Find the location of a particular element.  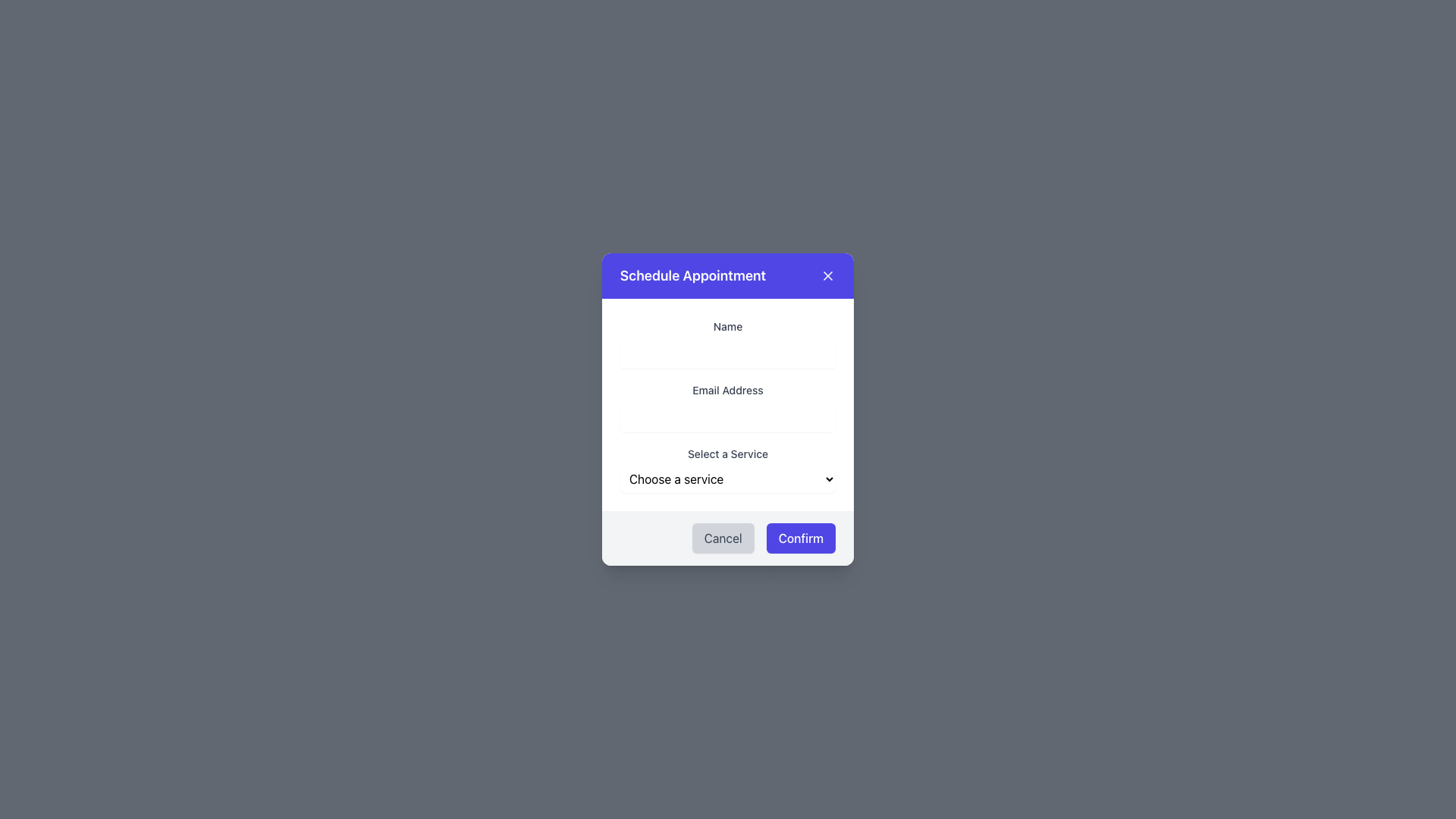

the close button located in the top-right corner of the indigo header bar of the 'Schedule Appointment' modal is located at coordinates (827, 275).